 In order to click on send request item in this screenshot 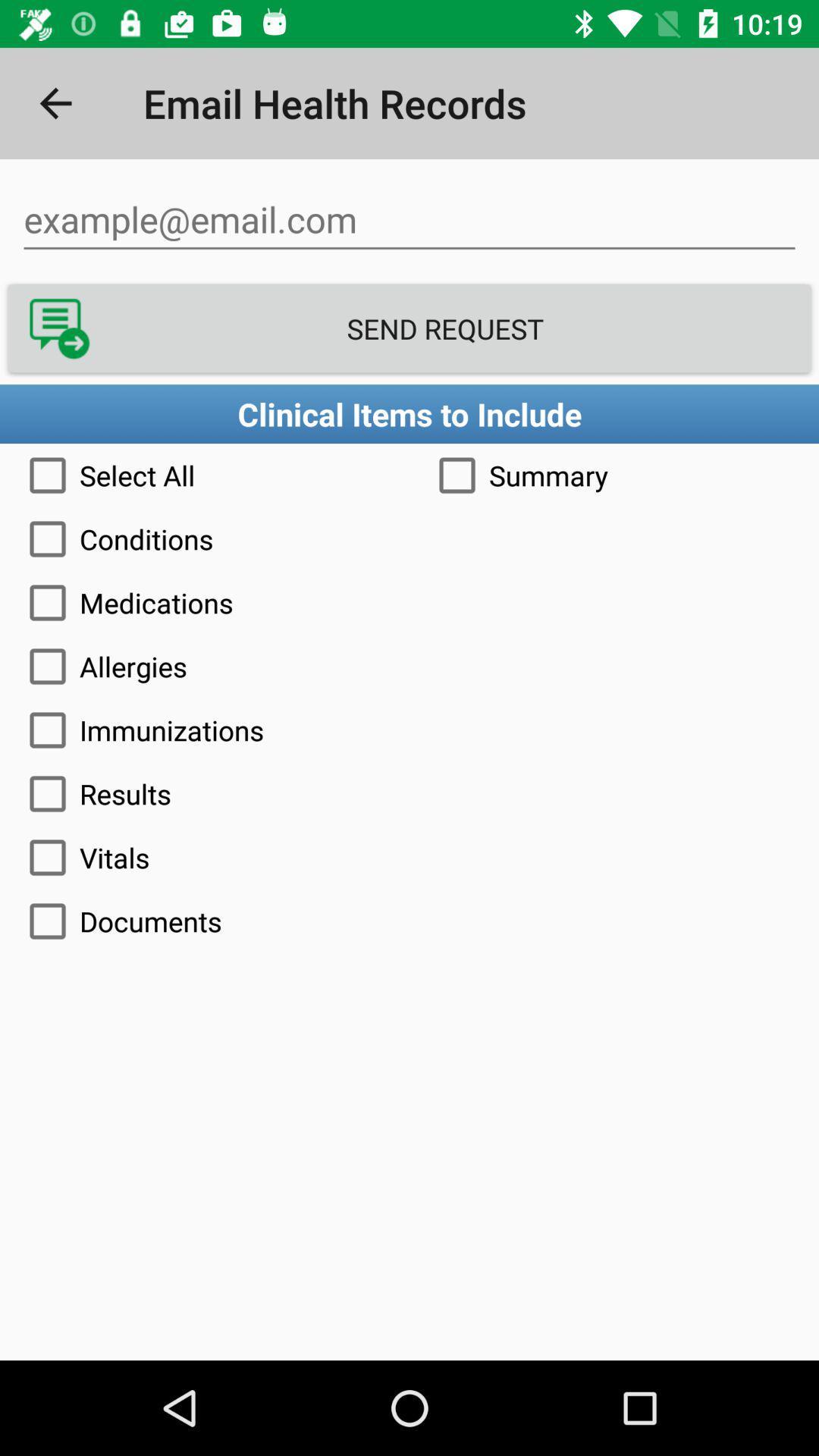, I will do `click(409, 328)`.